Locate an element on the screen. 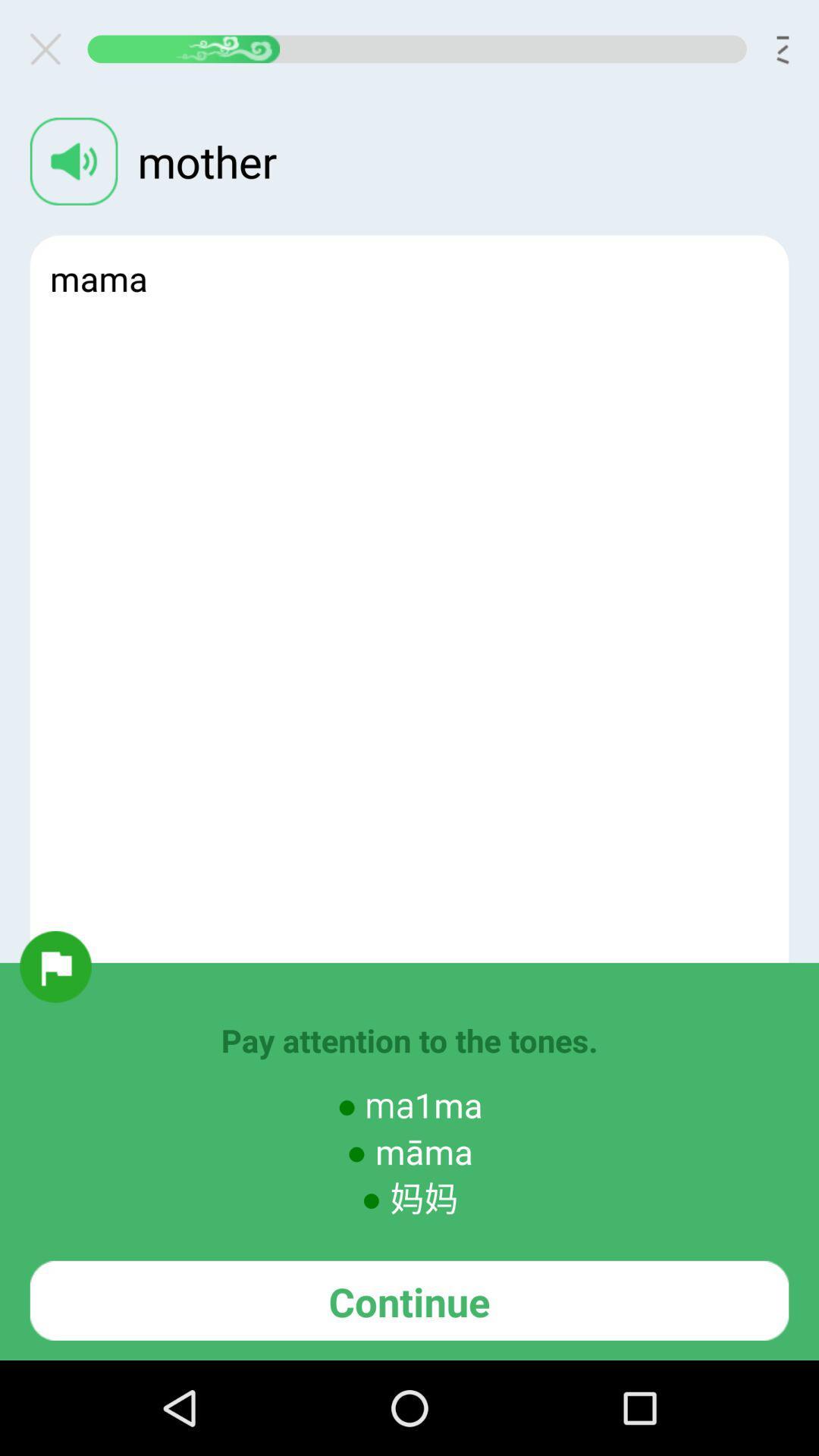 The image size is (819, 1456). the page is located at coordinates (51, 49).